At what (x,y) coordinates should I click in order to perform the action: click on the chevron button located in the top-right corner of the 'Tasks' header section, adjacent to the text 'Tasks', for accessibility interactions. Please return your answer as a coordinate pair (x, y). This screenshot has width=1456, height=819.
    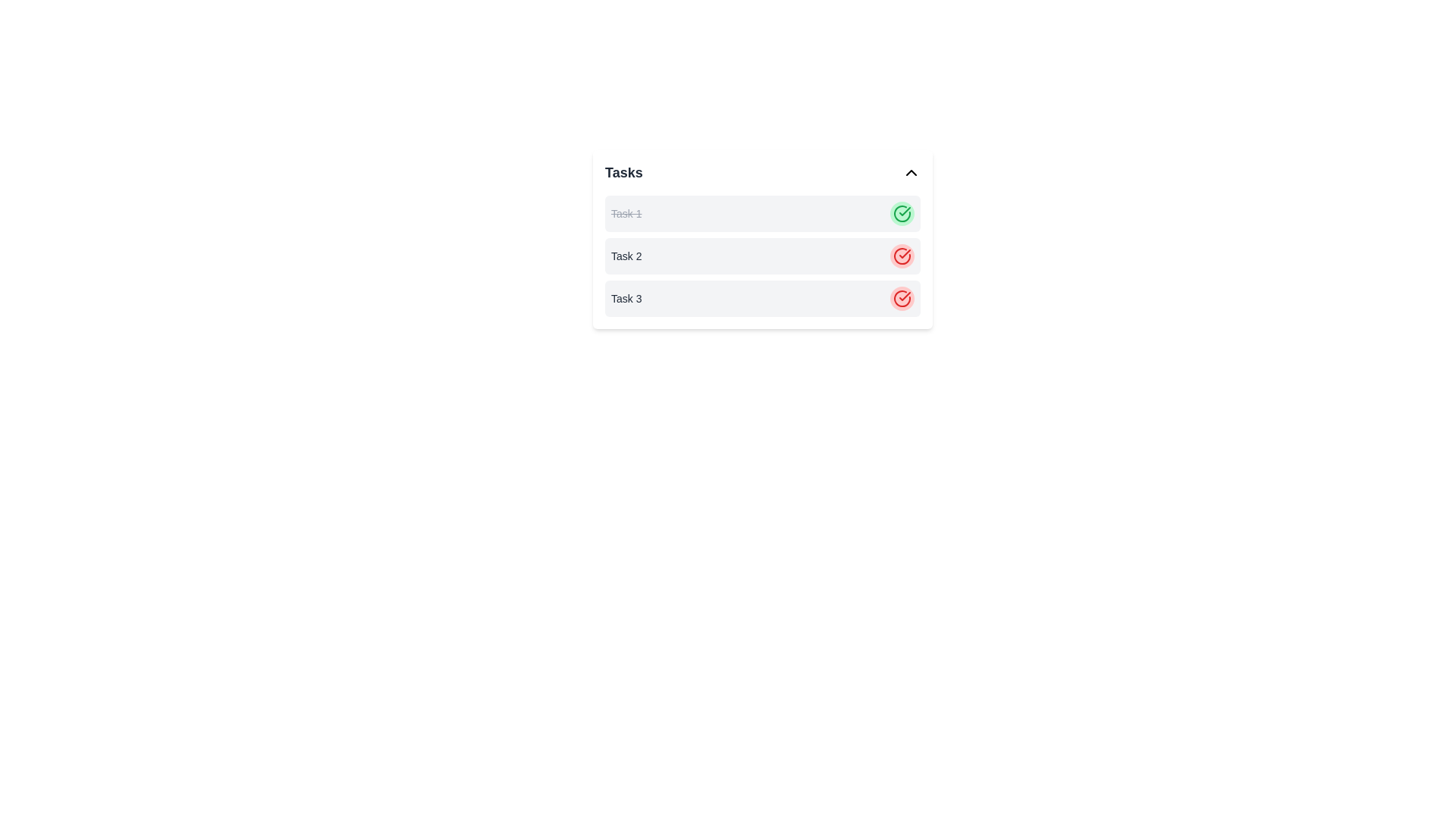
    Looking at the image, I should click on (910, 171).